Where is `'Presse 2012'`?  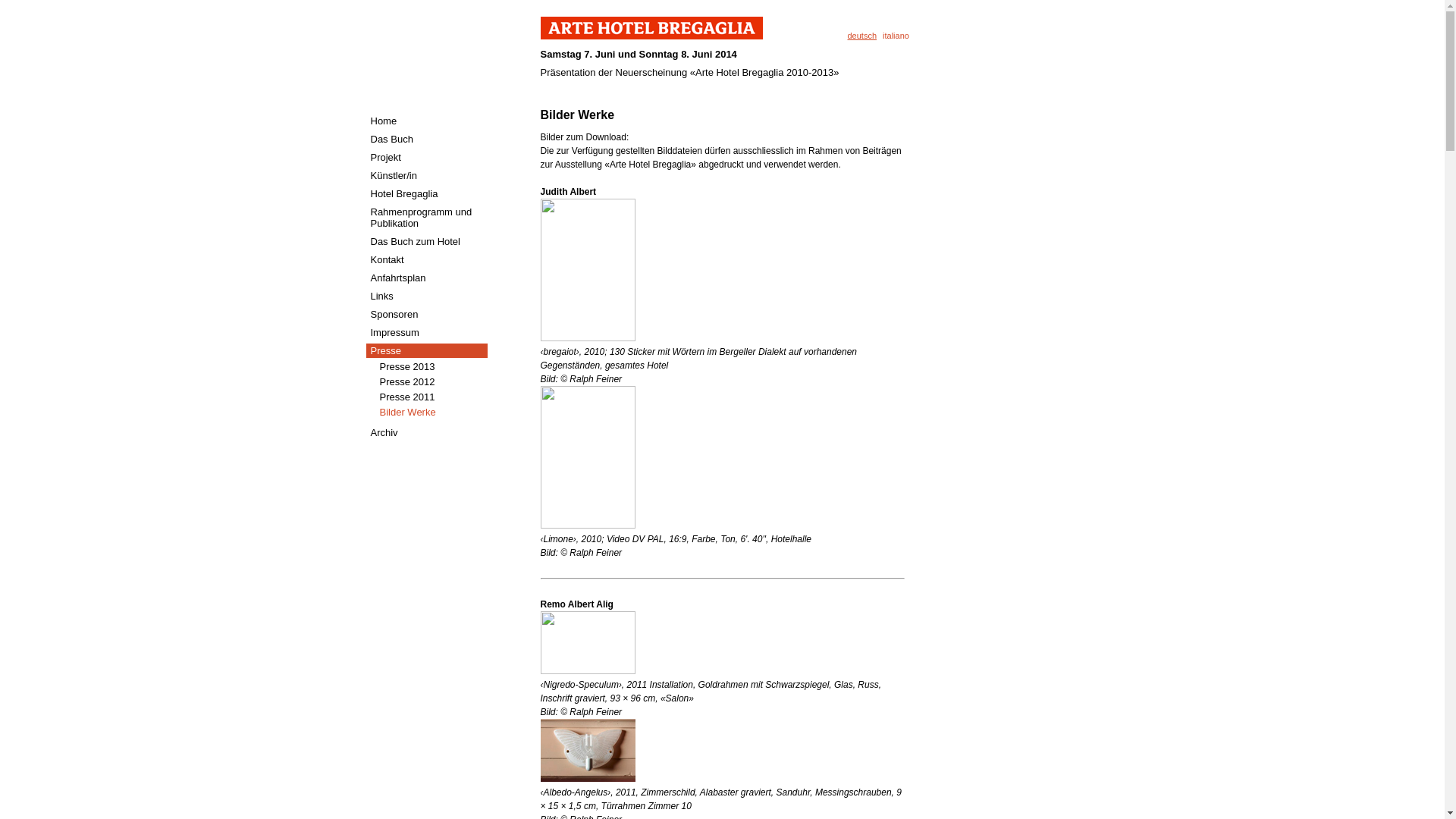
'Presse 2012' is located at coordinates (425, 381).